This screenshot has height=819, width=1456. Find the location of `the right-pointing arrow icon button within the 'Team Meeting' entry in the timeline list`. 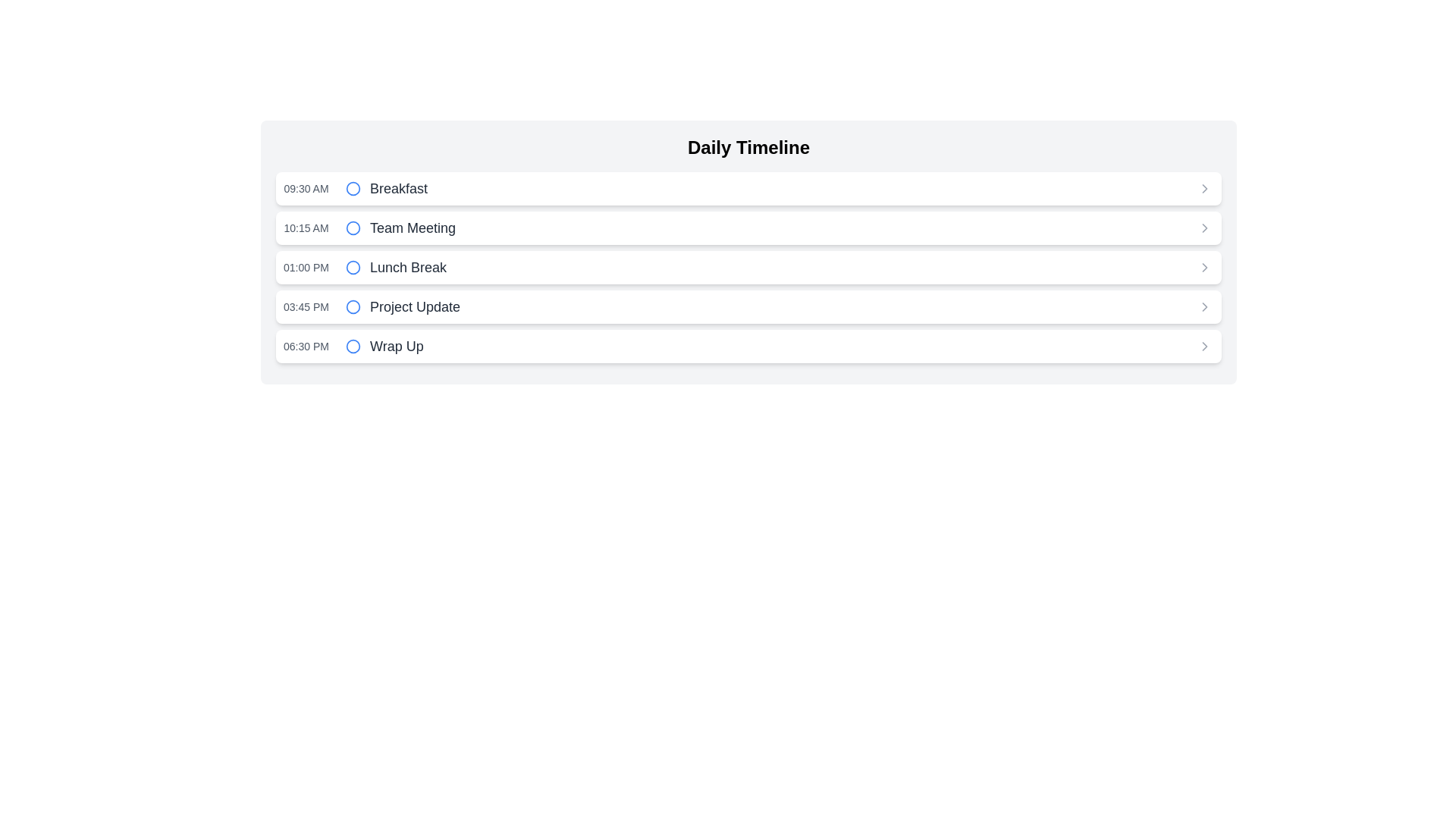

the right-pointing arrow icon button within the 'Team Meeting' entry in the timeline list is located at coordinates (1203, 227).